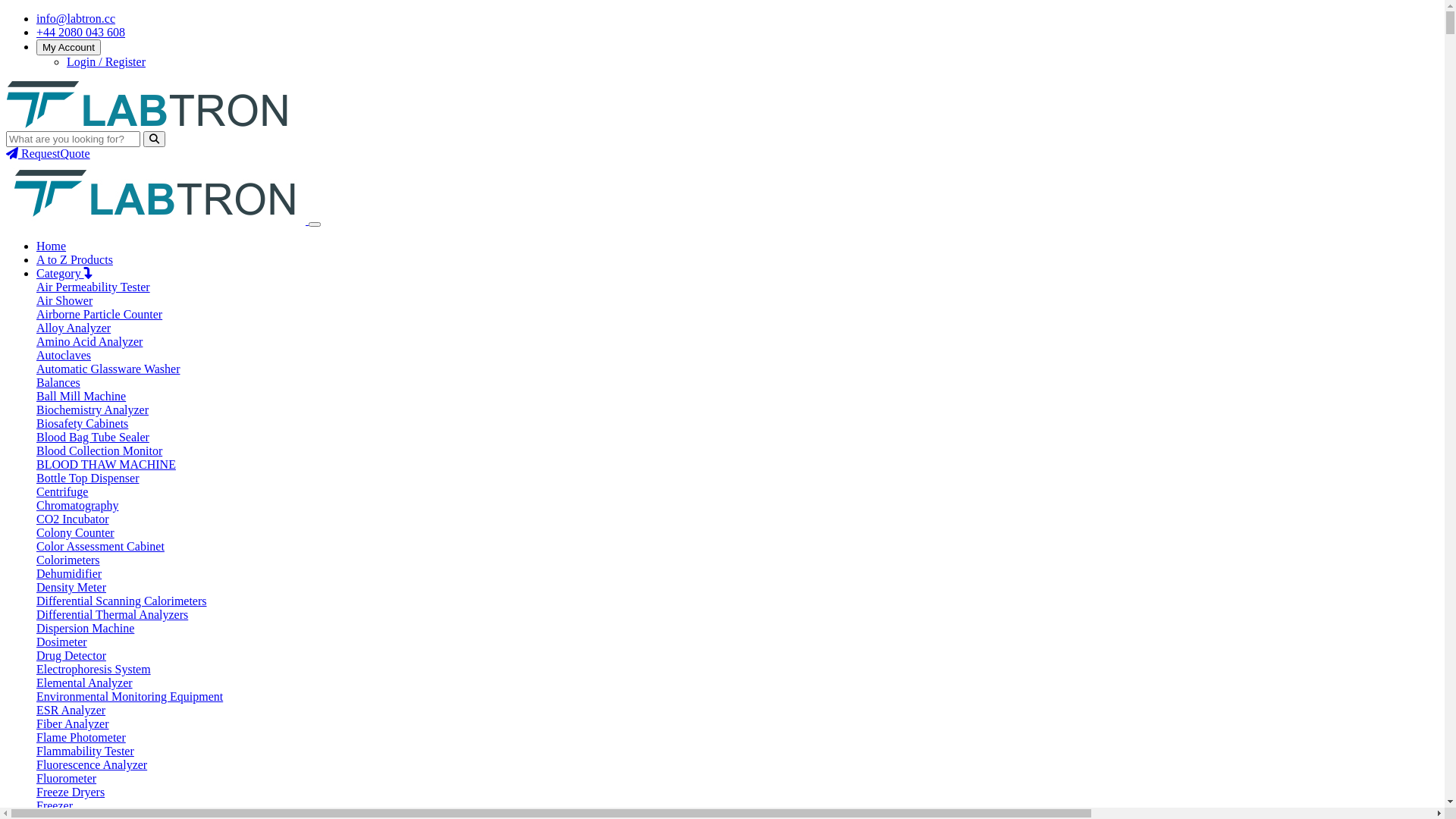  What do you see at coordinates (98, 450) in the screenshot?
I see `'Blood Collection Monitor'` at bounding box center [98, 450].